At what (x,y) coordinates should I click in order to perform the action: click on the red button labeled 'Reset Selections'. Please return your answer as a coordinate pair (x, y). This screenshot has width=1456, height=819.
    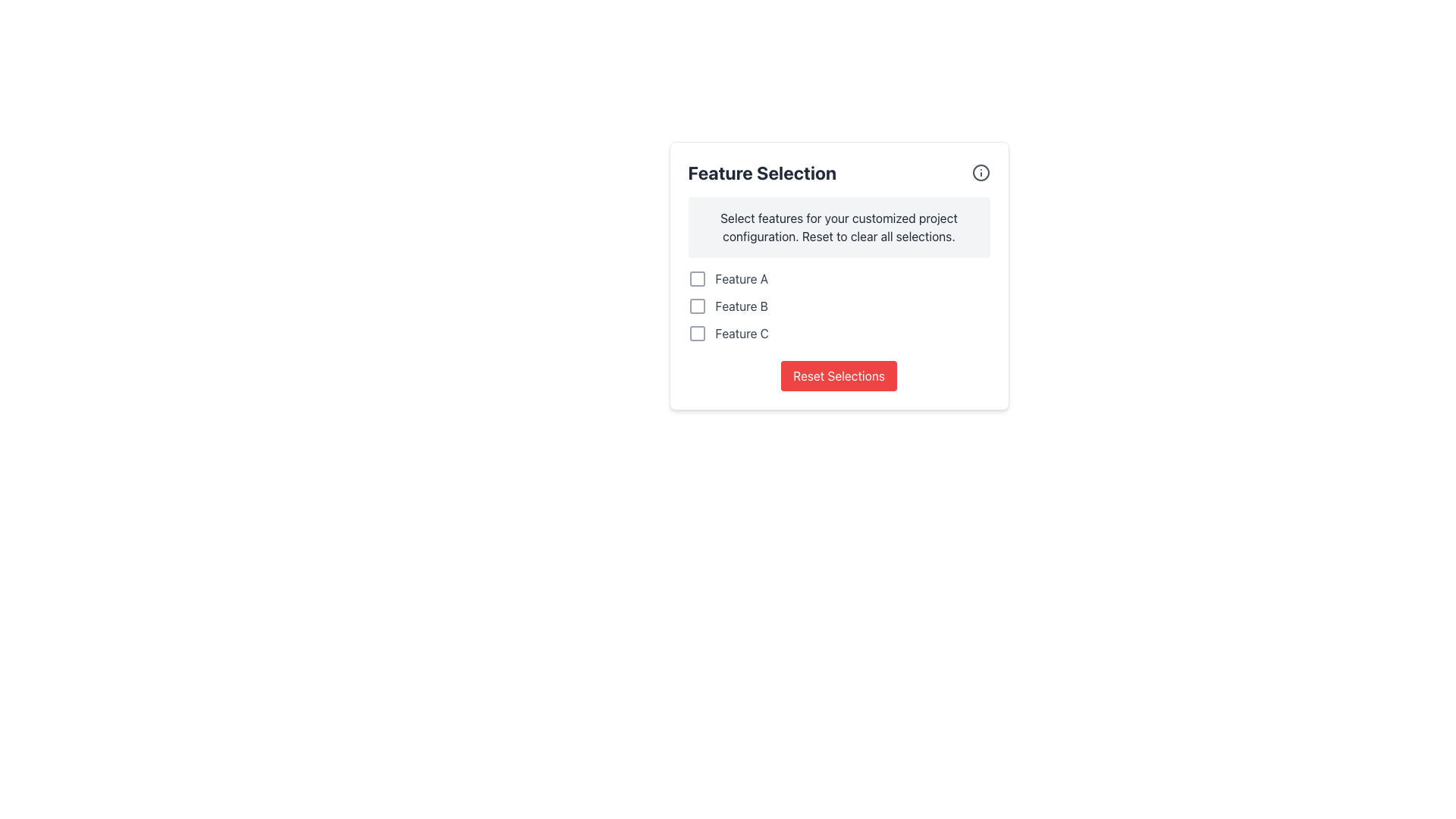
    Looking at the image, I should click on (838, 375).